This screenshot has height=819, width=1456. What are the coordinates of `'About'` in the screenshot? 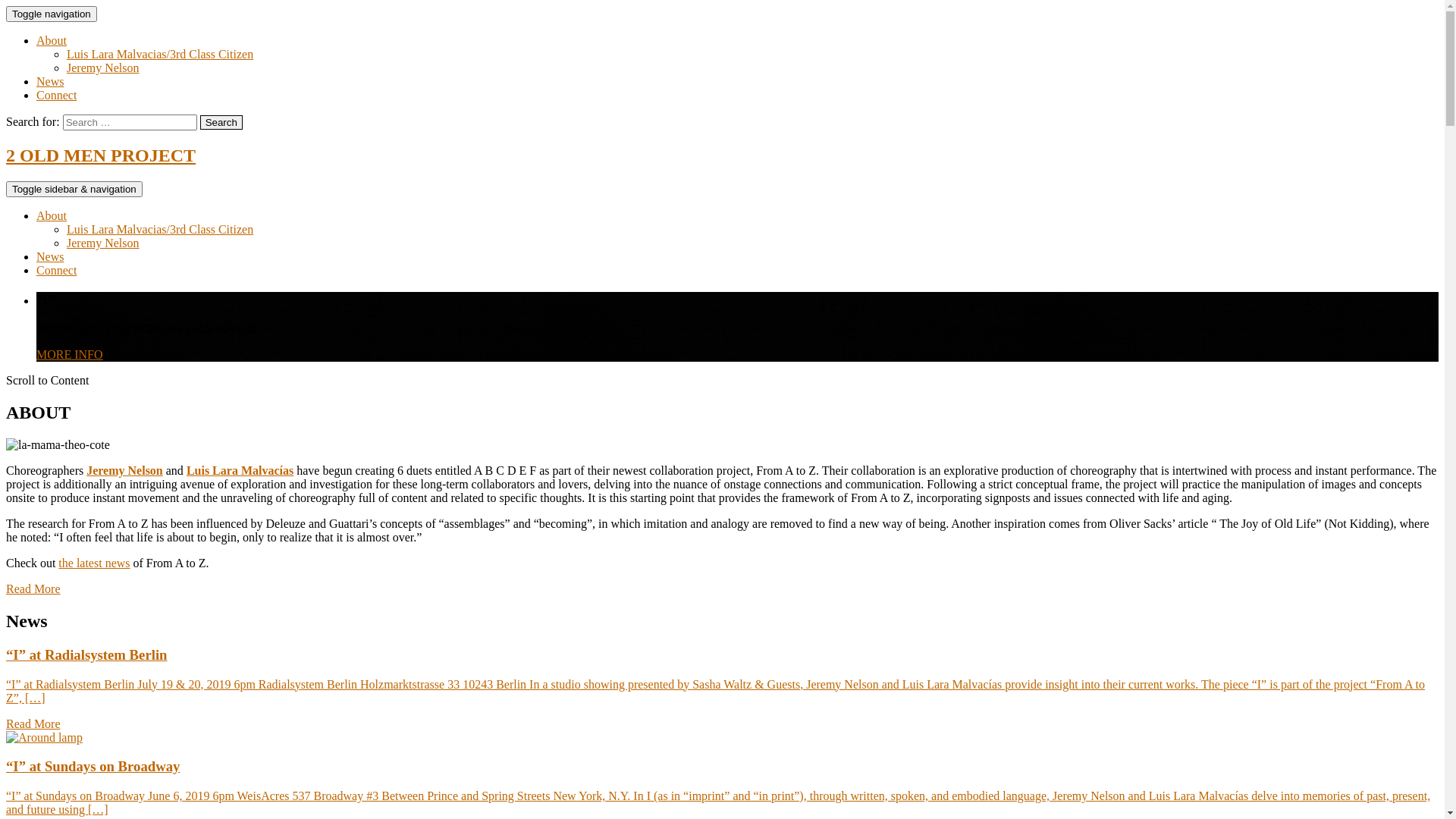 It's located at (51, 39).